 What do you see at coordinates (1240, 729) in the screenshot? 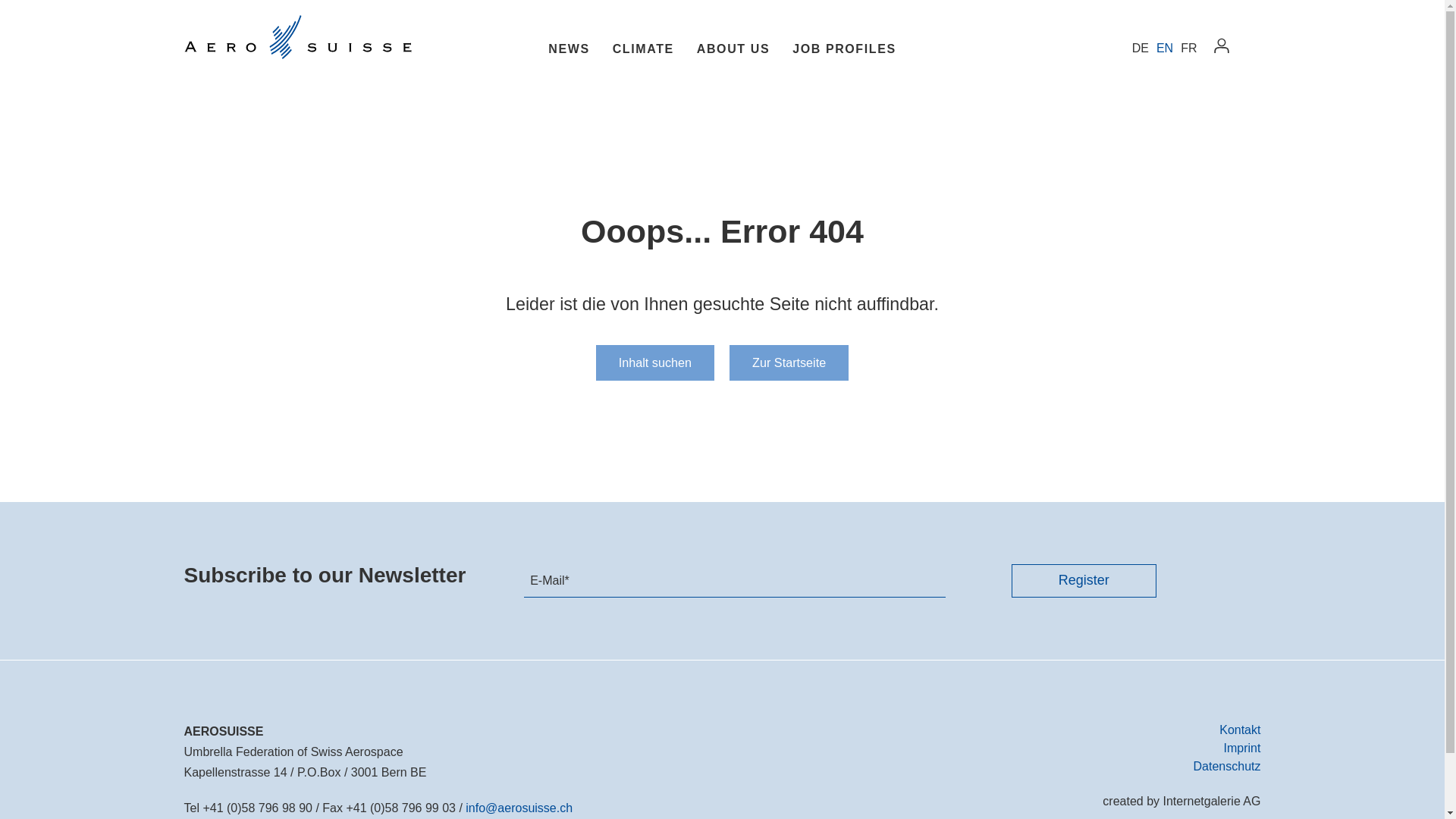
I see `'Kontakt'` at bounding box center [1240, 729].